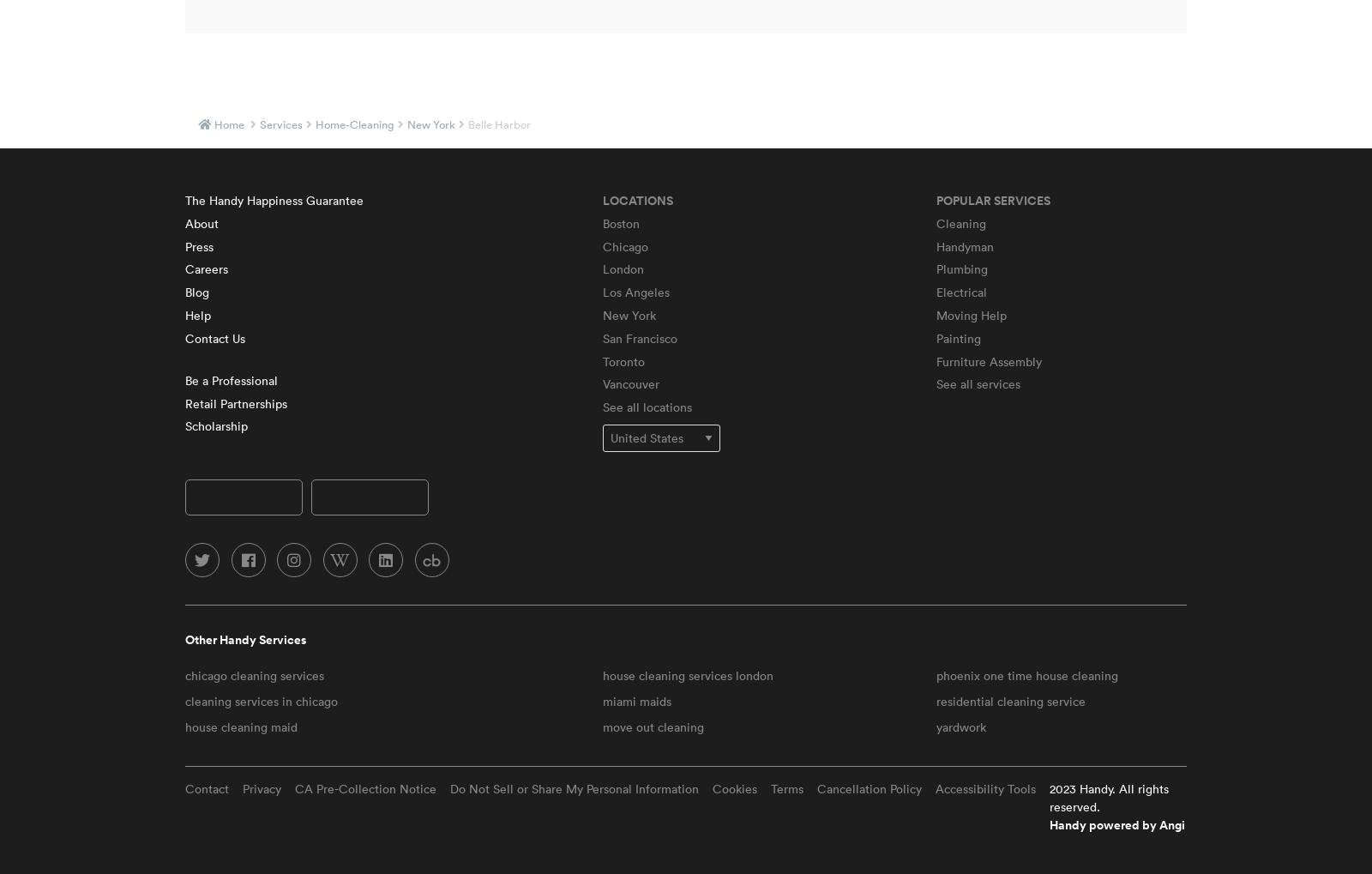  I want to click on 'miami maids', so click(635, 701).